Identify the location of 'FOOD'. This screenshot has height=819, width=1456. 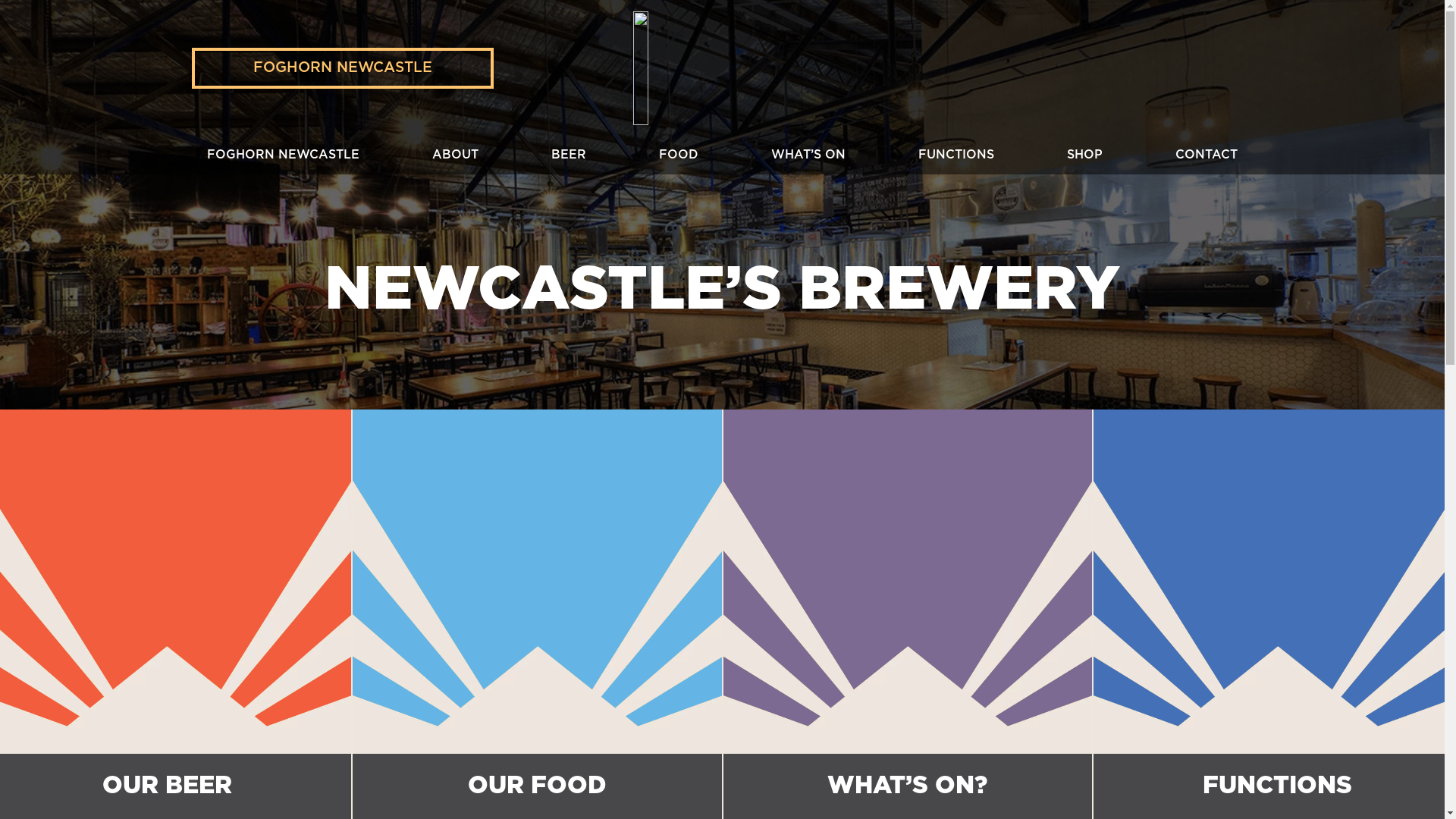
(677, 155).